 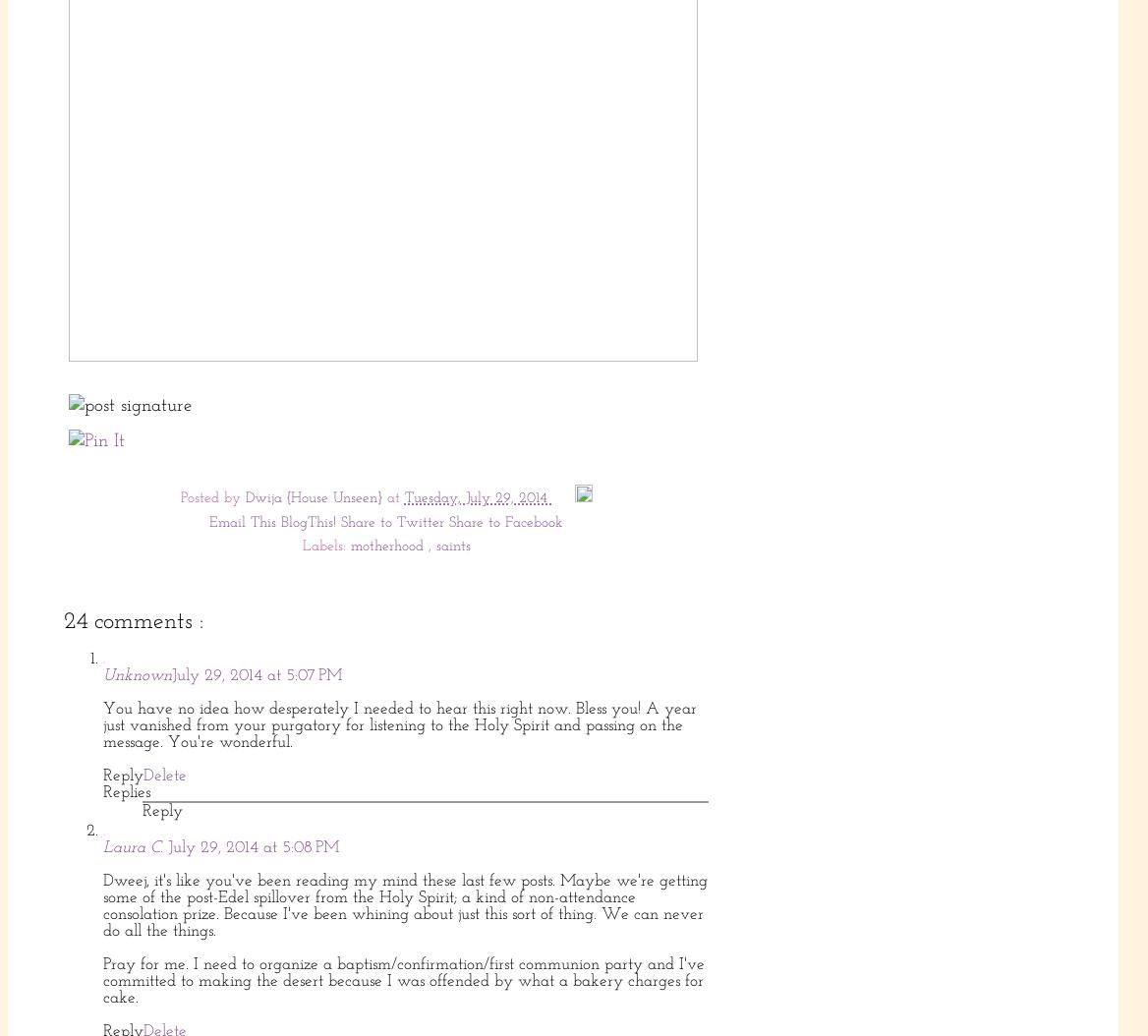 What do you see at coordinates (435, 547) in the screenshot?
I see `'saints'` at bounding box center [435, 547].